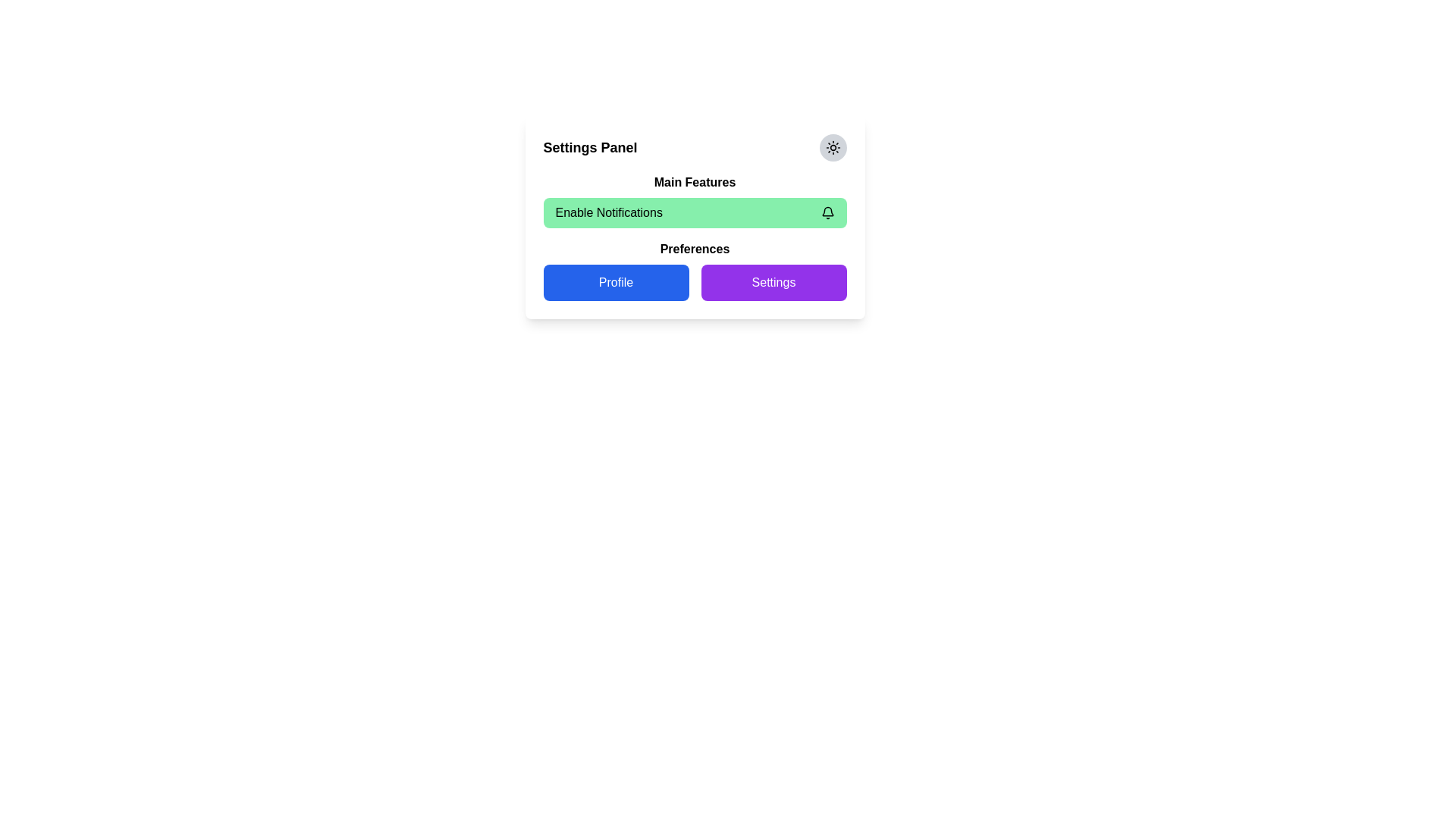 The height and width of the screenshot is (819, 1456). What do you see at coordinates (694, 181) in the screenshot?
I see `the bold, medium-sized text label 'Main Features' that is centrally aligned and positioned above the green 'Enable Notifications' button` at bounding box center [694, 181].